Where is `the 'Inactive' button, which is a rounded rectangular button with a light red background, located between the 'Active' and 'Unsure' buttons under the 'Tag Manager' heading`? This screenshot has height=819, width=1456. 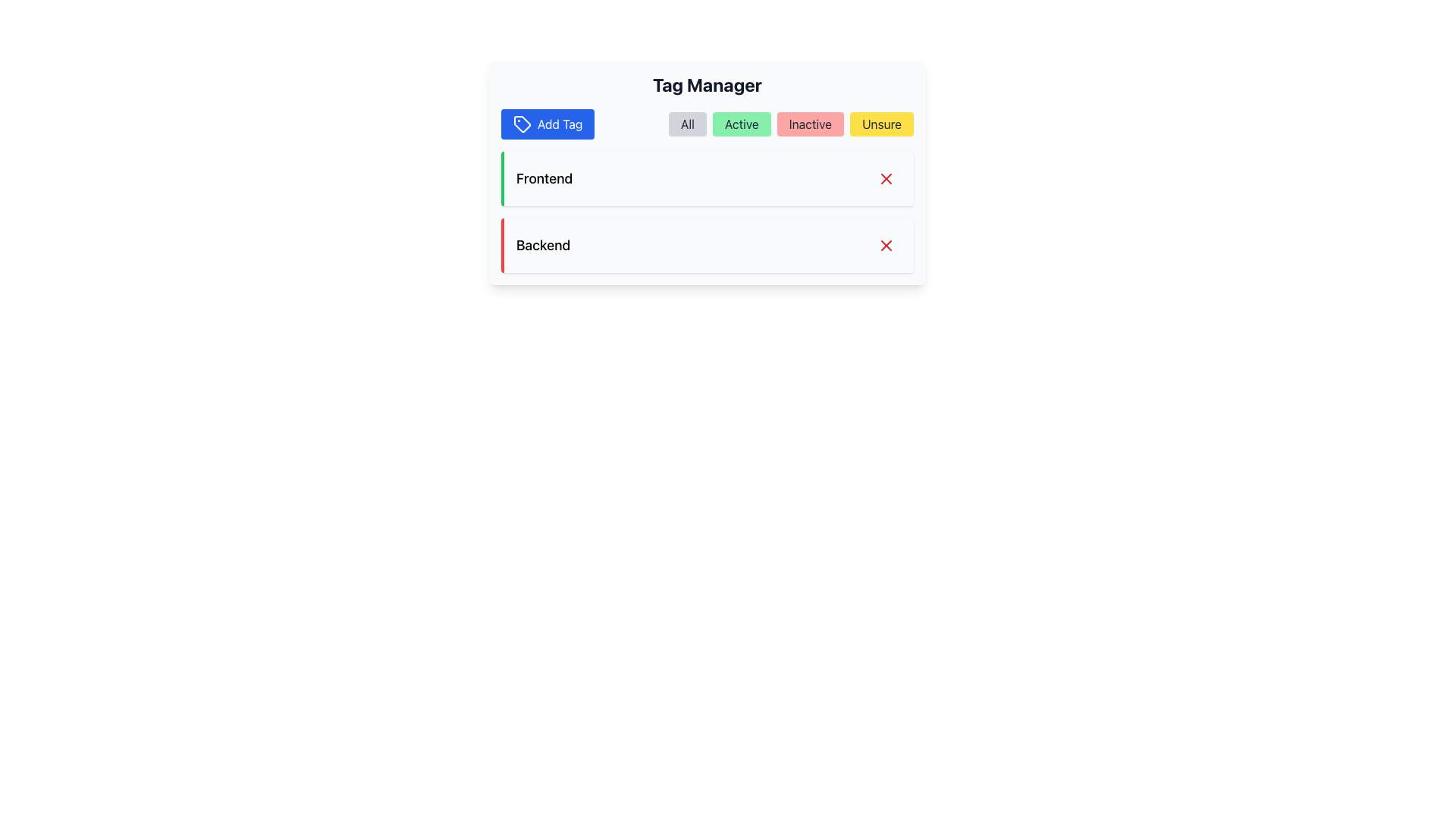
the 'Inactive' button, which is a rounded rectangular button with a light red background, located between the 'Active' and 'Unsure' buttons under the 'Tag Manager' heading is located at coordinates (809, 124).